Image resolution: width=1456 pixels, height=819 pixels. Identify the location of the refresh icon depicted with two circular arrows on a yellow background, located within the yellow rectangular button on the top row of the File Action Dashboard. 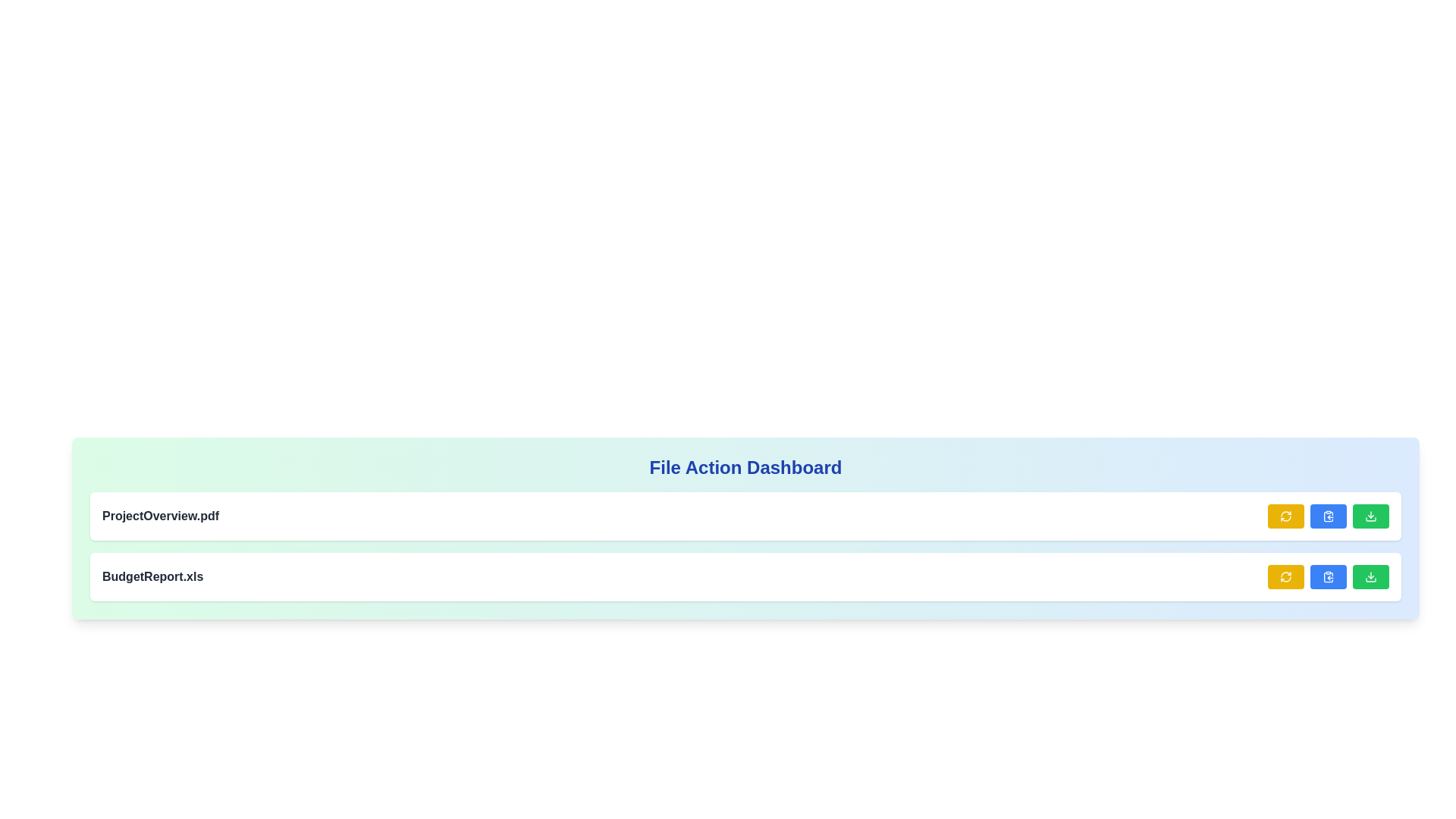
(1285, 516).